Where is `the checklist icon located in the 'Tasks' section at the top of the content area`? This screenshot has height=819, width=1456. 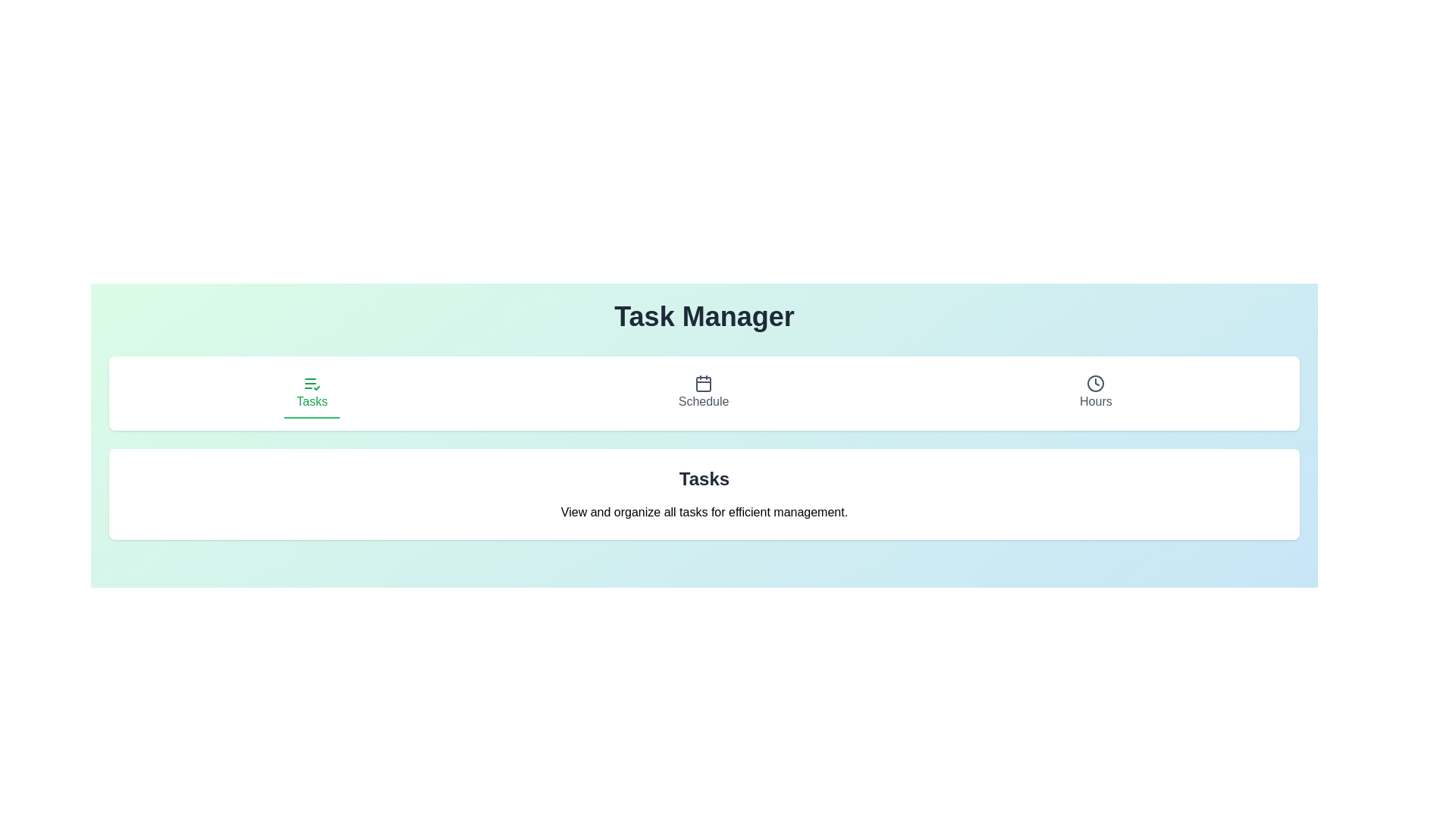
the checklist icon located in the 'Tasks' section at the top of the content area is located at coordinates (311, 382).